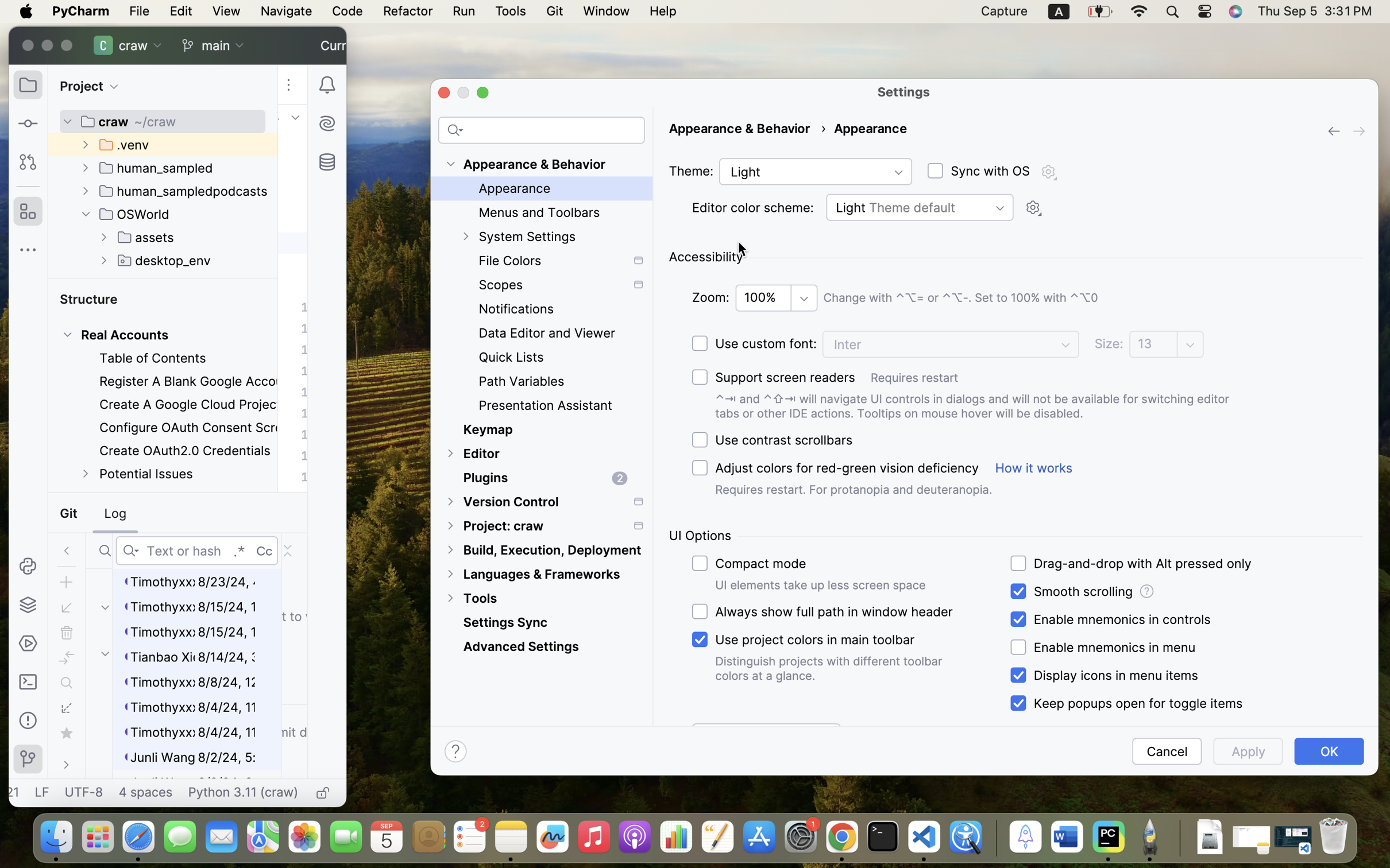 The width and height of the screenshot is (1390, 868). What do you see at coordinates (700, 535) in the screenshot?
I see `'UI Options'` at bounding box center [700, 535].